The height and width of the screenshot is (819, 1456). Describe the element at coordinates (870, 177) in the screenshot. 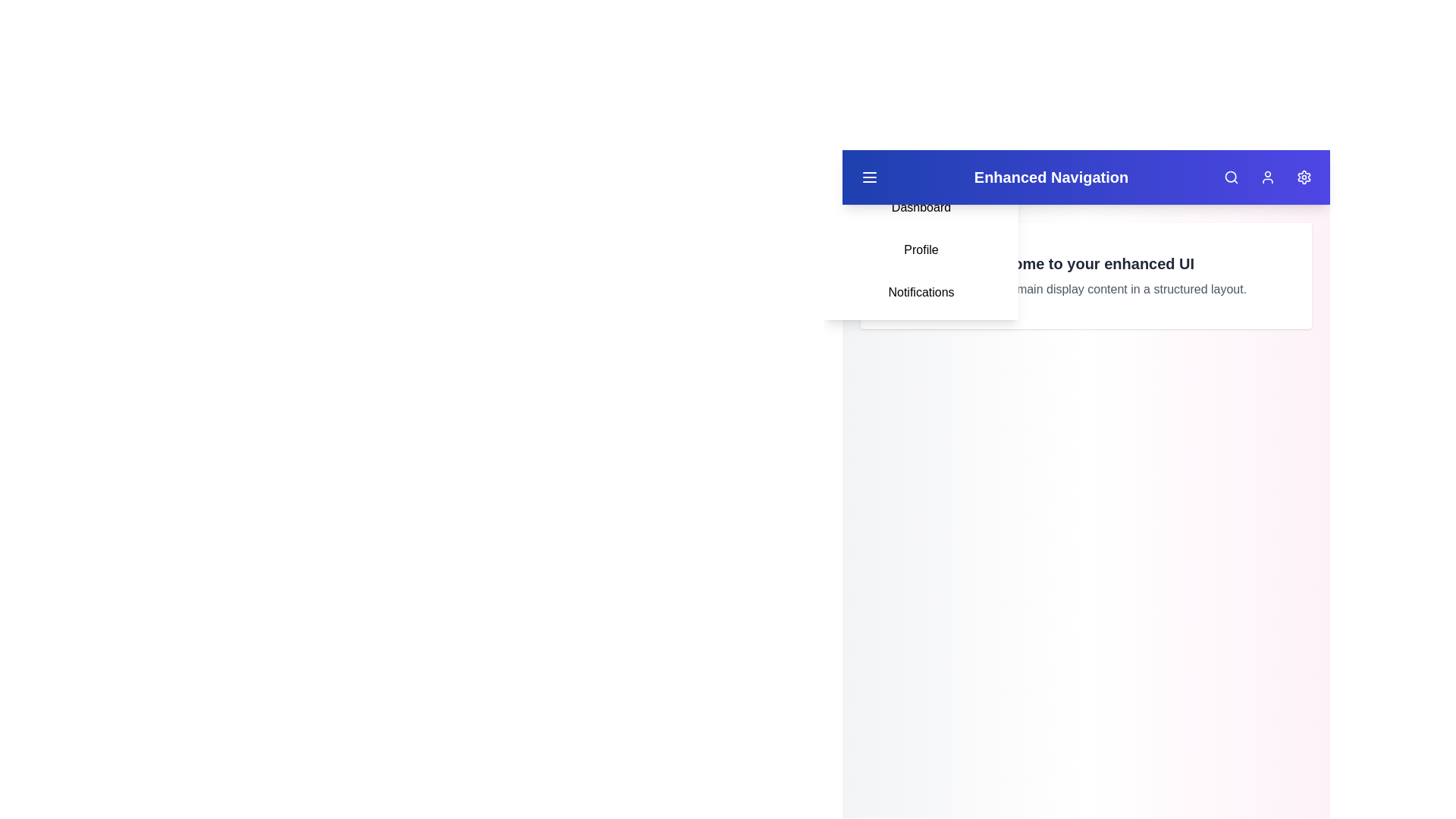

I see `the menu toggle button to toggle the visibility of the menu` at that location.